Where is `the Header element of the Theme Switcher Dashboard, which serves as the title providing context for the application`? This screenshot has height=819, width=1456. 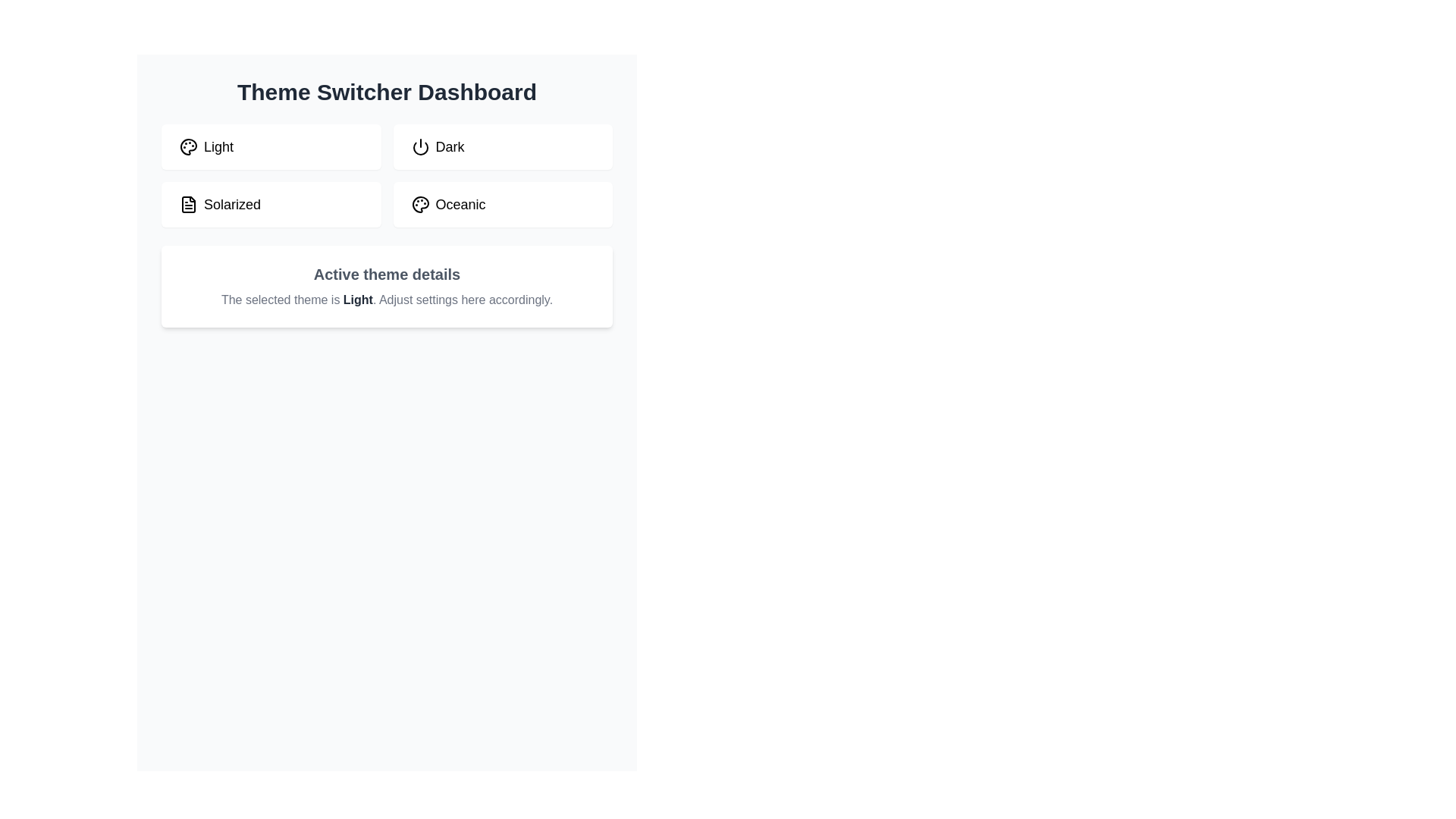
the Header element of the Theme Switcher Dashboard, which serves as the title providing context for the application is located at coordinates (387, 93).